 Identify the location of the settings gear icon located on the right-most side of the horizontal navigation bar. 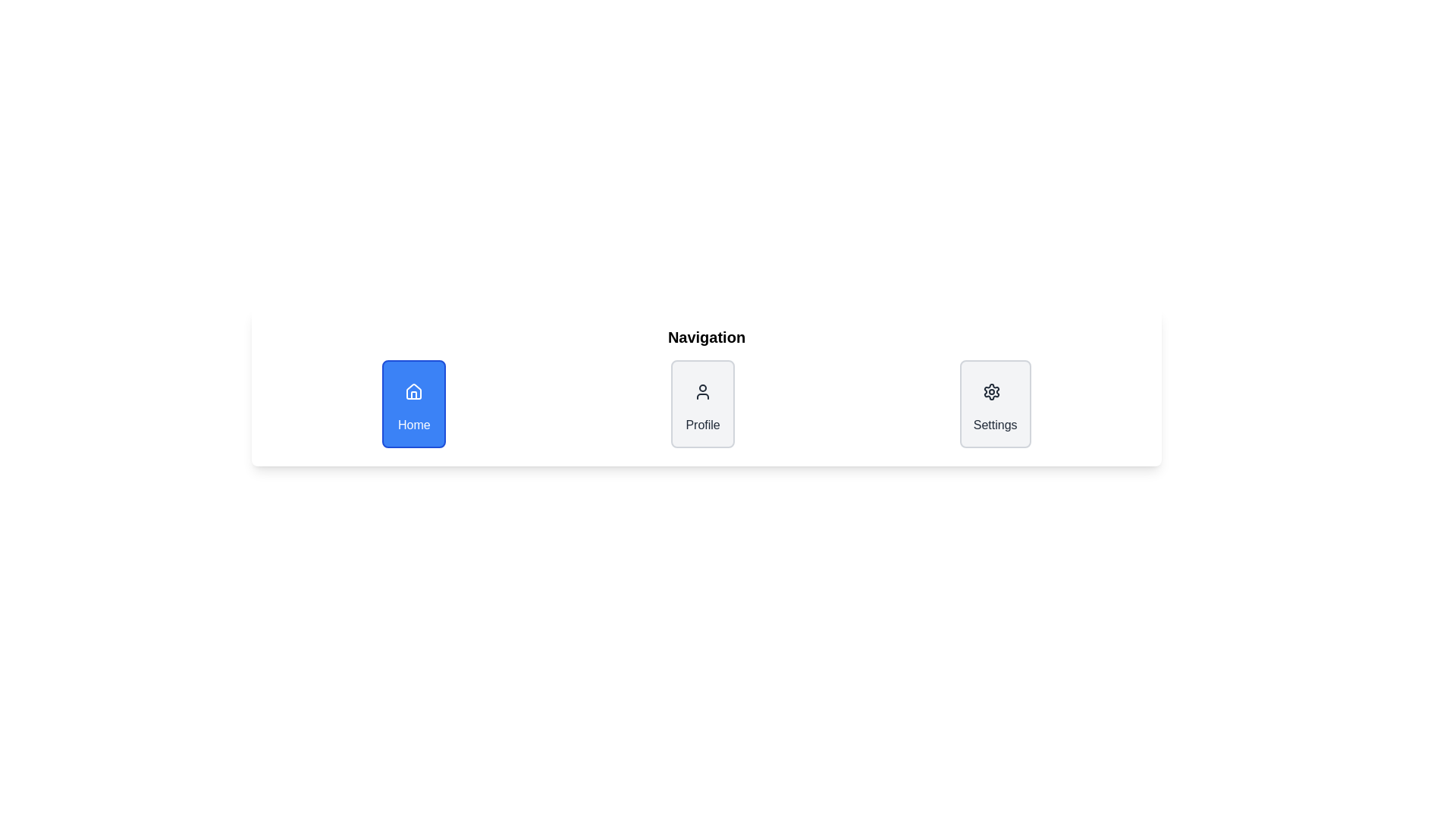
(991, 391).